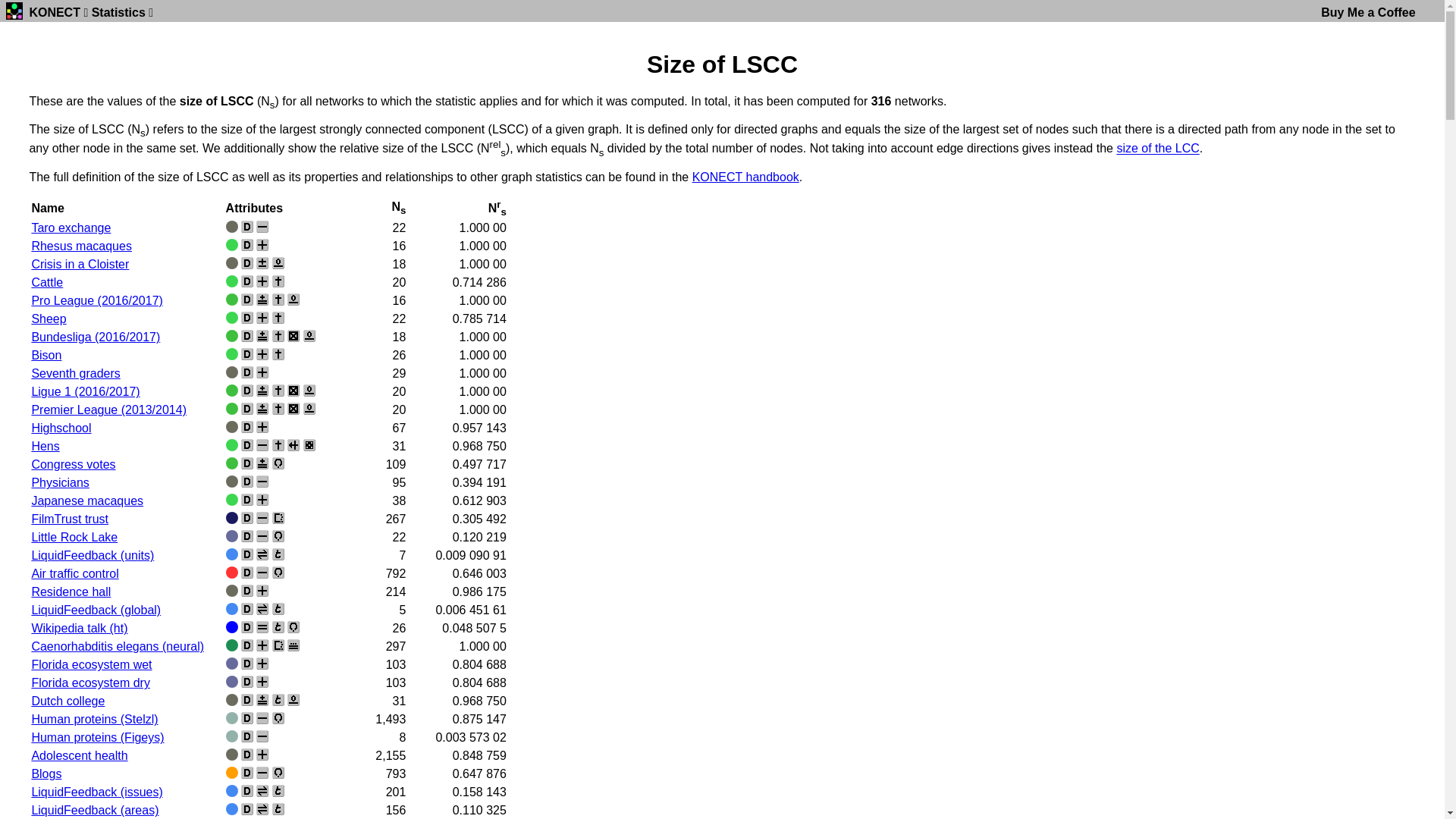 The width and height of the screenshot is (1456, 819). I want to click on 'Signed, possibly weighted, multiple edges', so click(262, 299).